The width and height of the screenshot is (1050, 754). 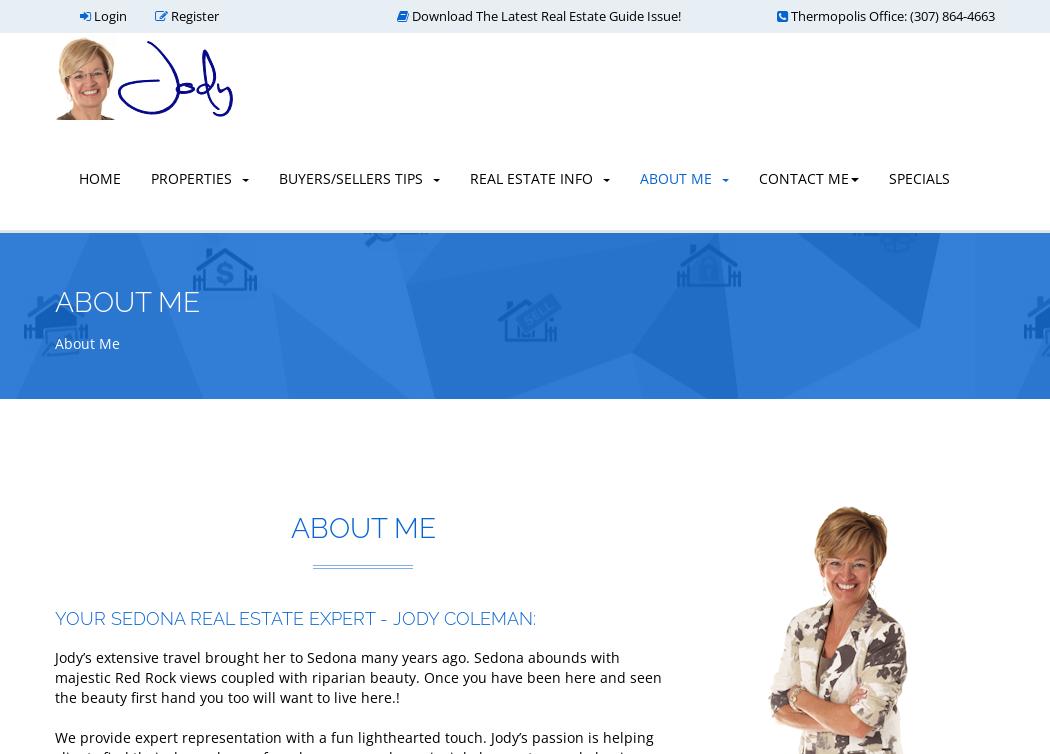 What do you see at coordinates (294, 616) in the screenshot?
I see `'YOUR SEDONA REAL ESTATE EXPERT - JODY COLEMAN:'` at bounding box center [294, 616].